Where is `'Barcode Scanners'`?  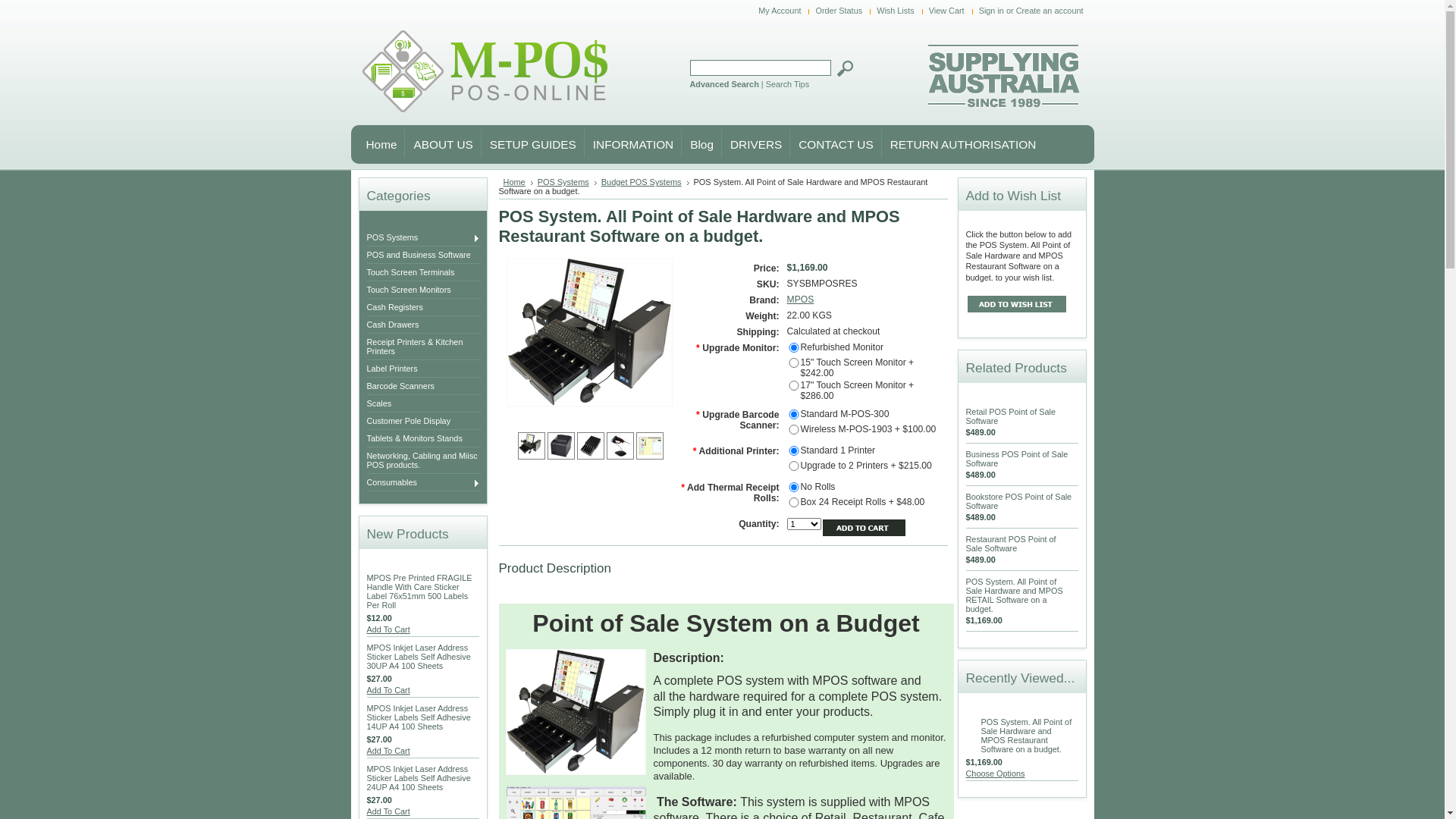 'Barcode Scanners' is located at coordinates (425, 385).